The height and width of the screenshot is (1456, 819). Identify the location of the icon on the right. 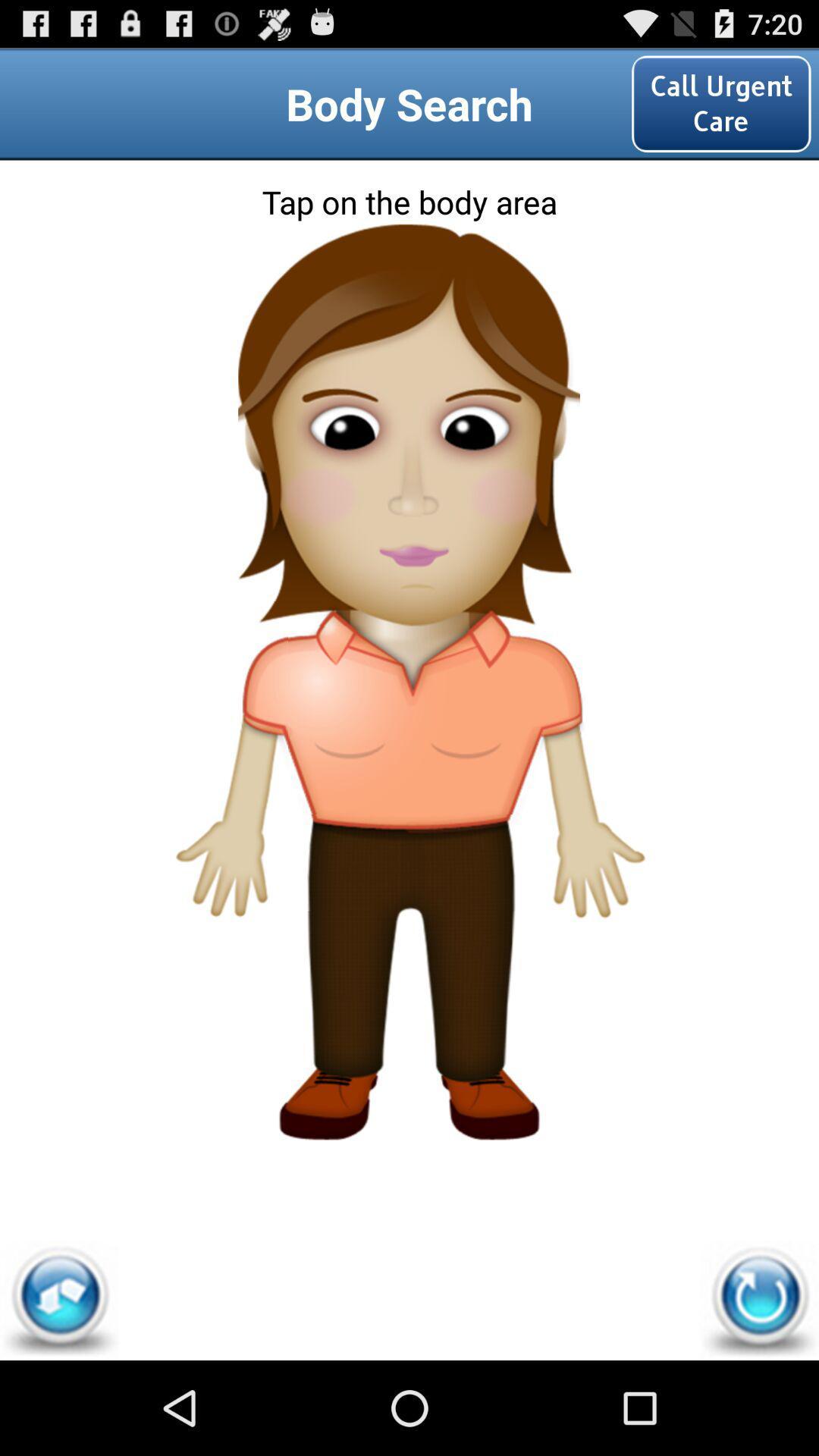
(587, 772).